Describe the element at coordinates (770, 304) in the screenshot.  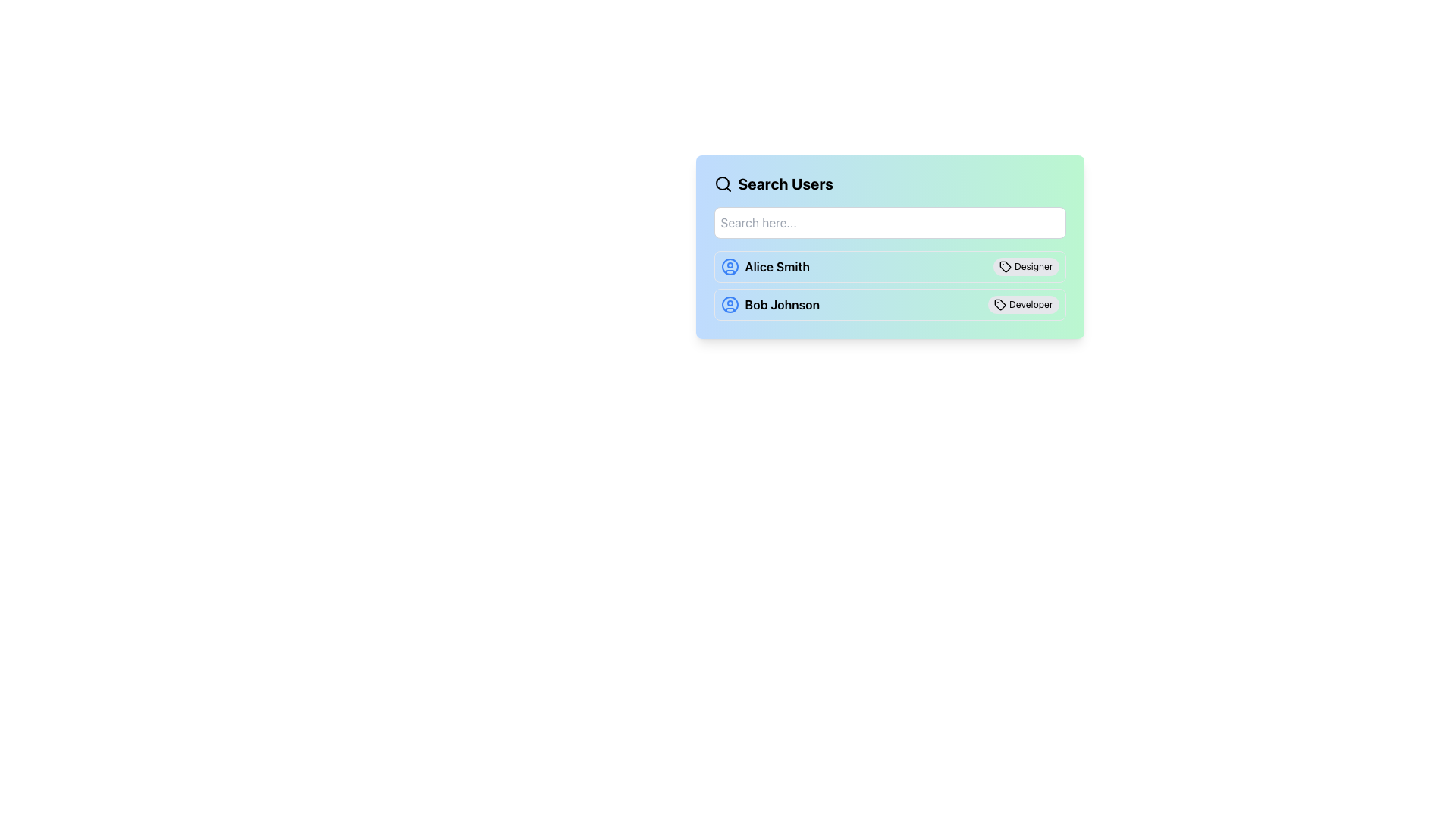
I see `the Text with Icon element that identifies the user in the second entry of the user listing section, located beneath 'Alice Smith' and aligned on the left` at that location.